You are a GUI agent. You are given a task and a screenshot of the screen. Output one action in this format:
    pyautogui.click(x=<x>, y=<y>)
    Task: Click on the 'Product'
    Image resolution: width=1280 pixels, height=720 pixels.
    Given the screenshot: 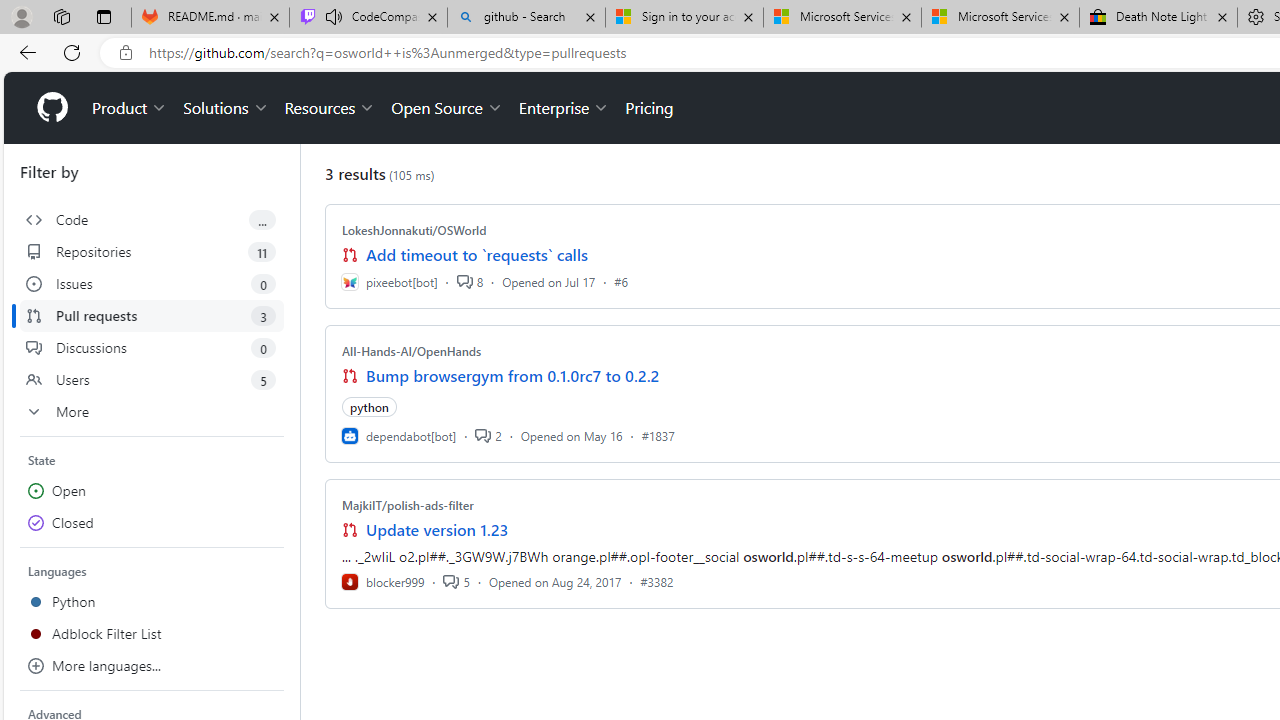 What is the action you would take?
    pyautogui.click(x=129, y=108)
    